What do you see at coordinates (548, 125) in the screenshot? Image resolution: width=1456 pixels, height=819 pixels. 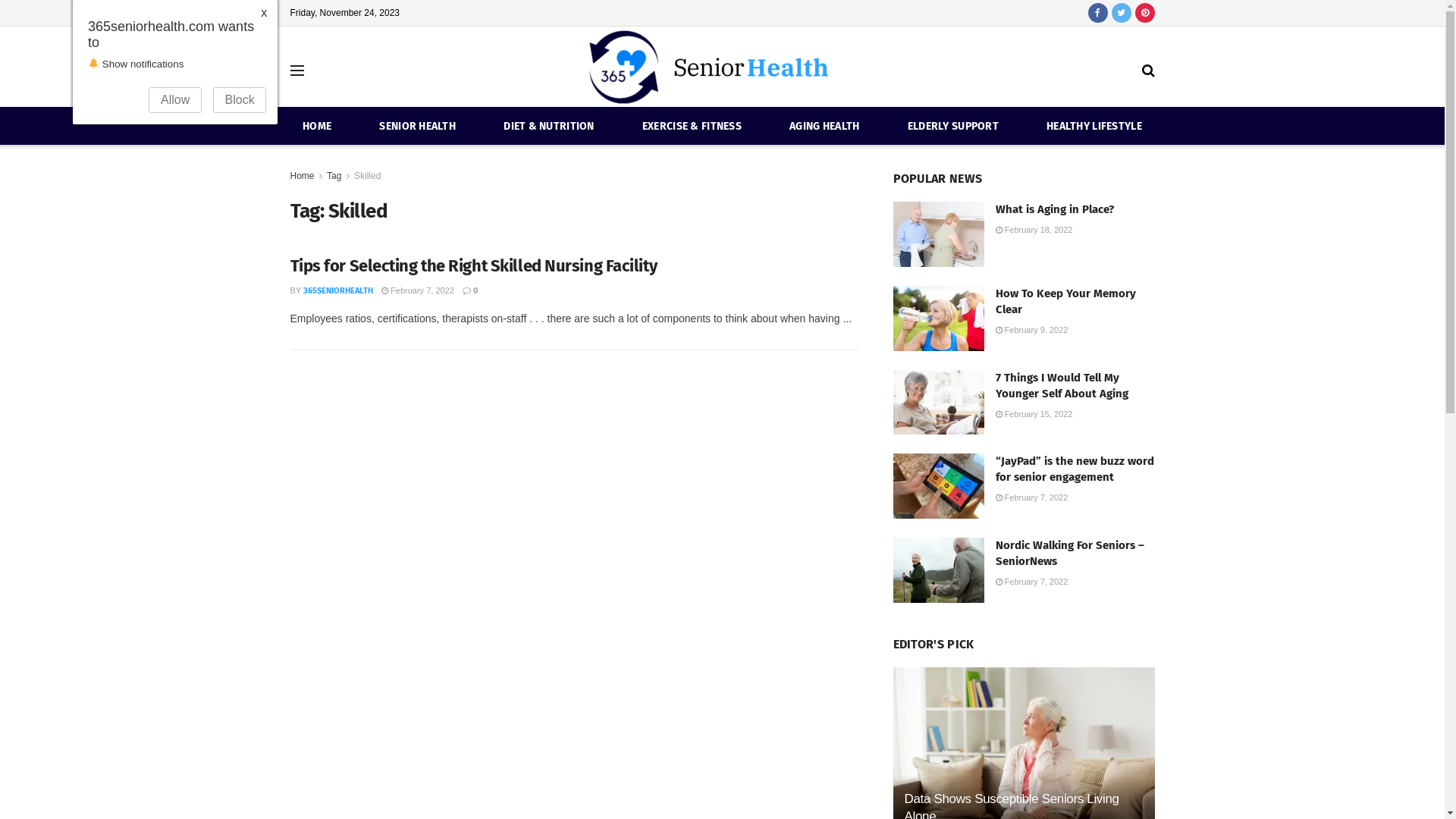 I see `'DIET & NUTRITION'` at bounding box center [548, 125].